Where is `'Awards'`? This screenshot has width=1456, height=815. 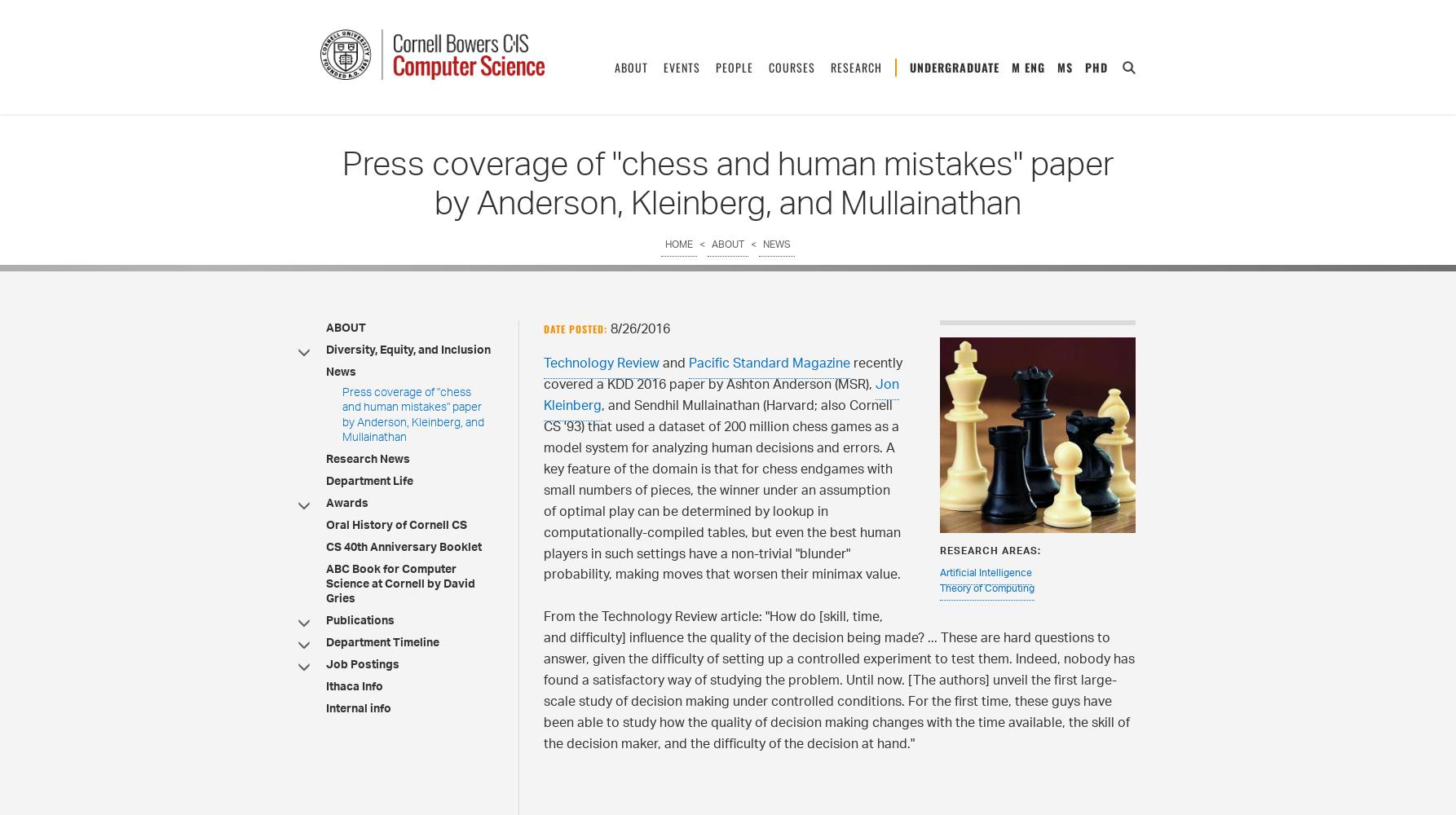 'Awards' is located at coordinates (346, 504).